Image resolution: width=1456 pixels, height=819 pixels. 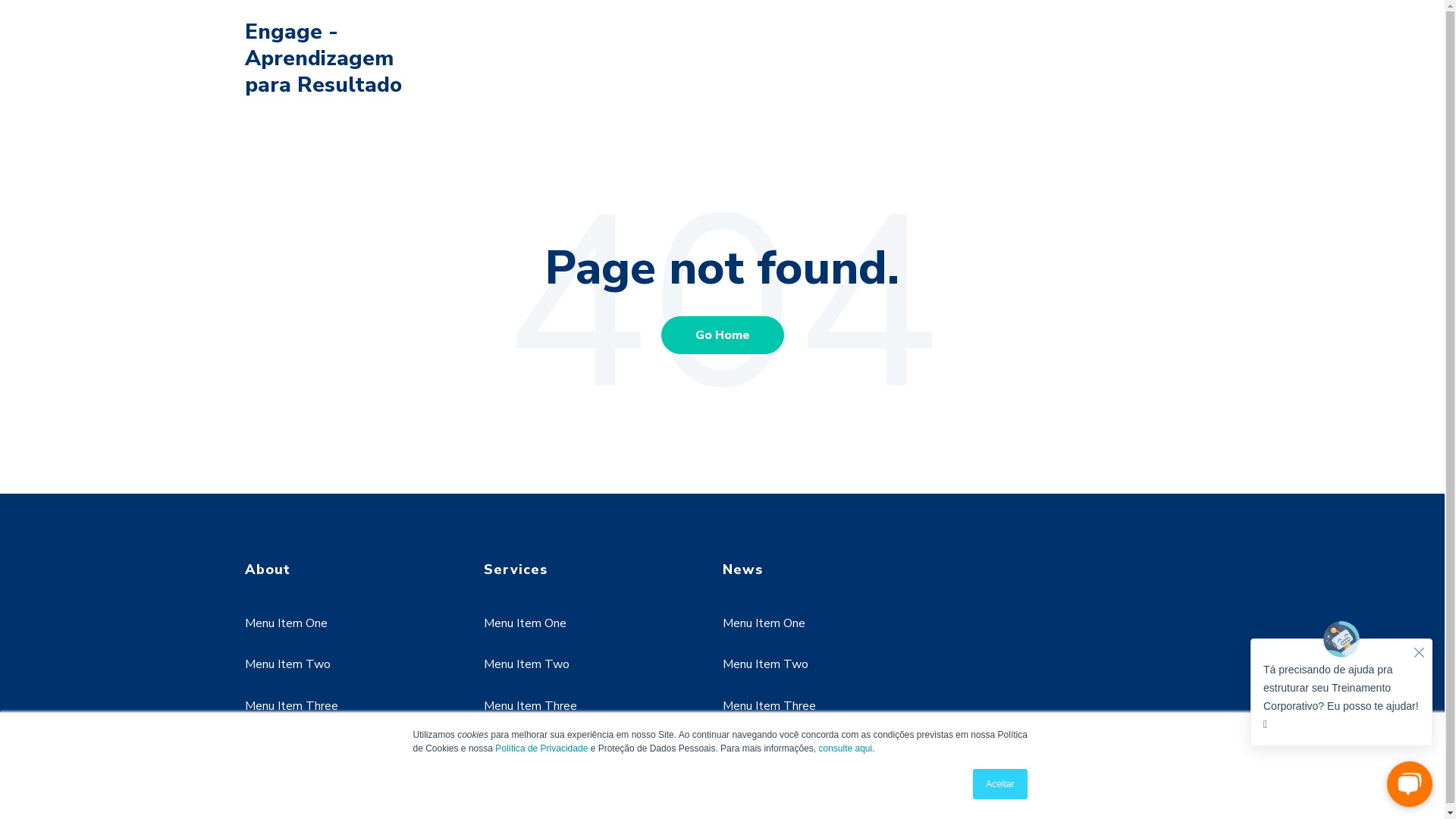 I want to click on 'Menu Item Three', so click(x=720, y=705).